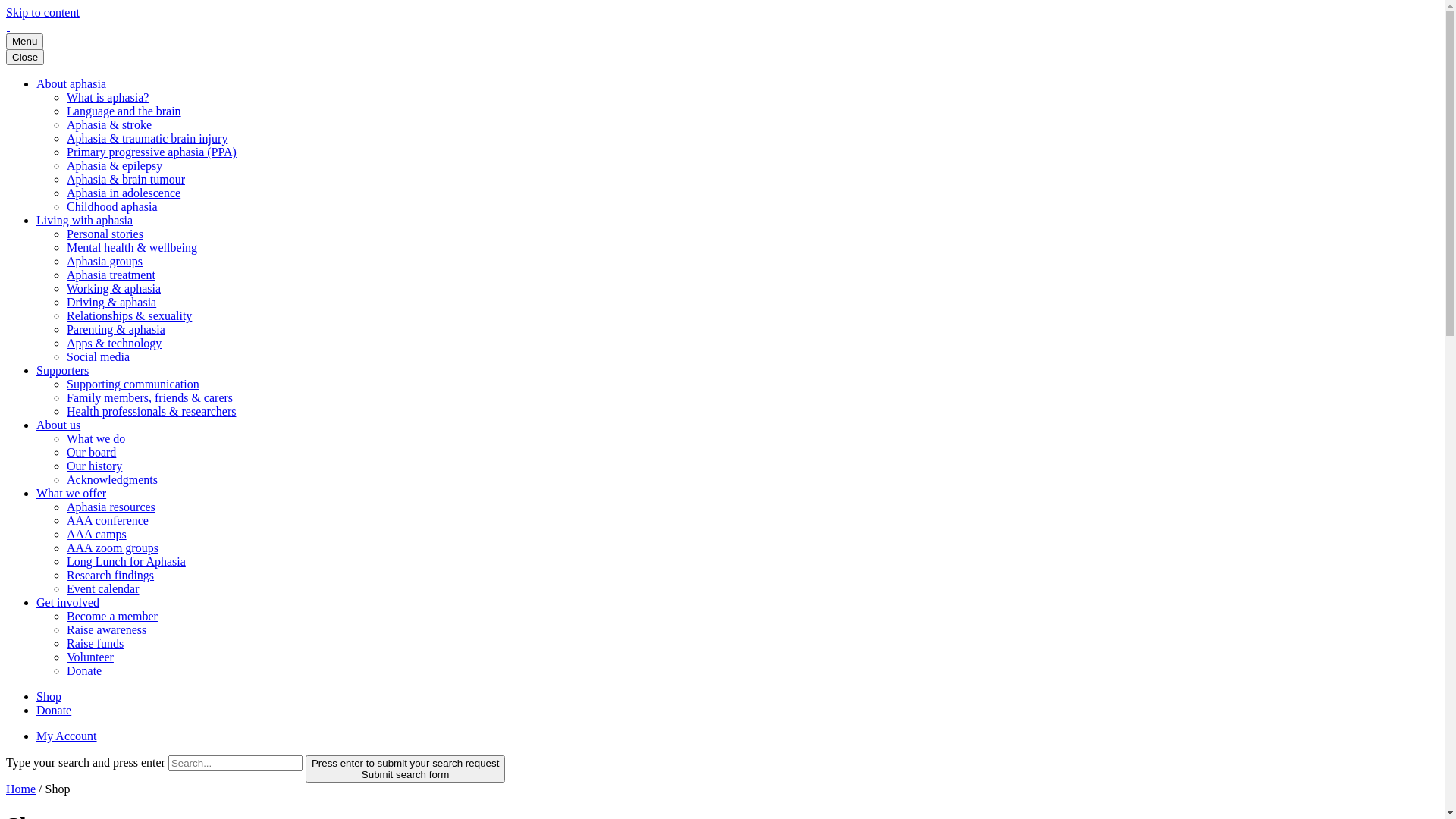  Describe the element at coordinates (105, 629) in the screenshot. I see `'Raise awareness'` at that location.